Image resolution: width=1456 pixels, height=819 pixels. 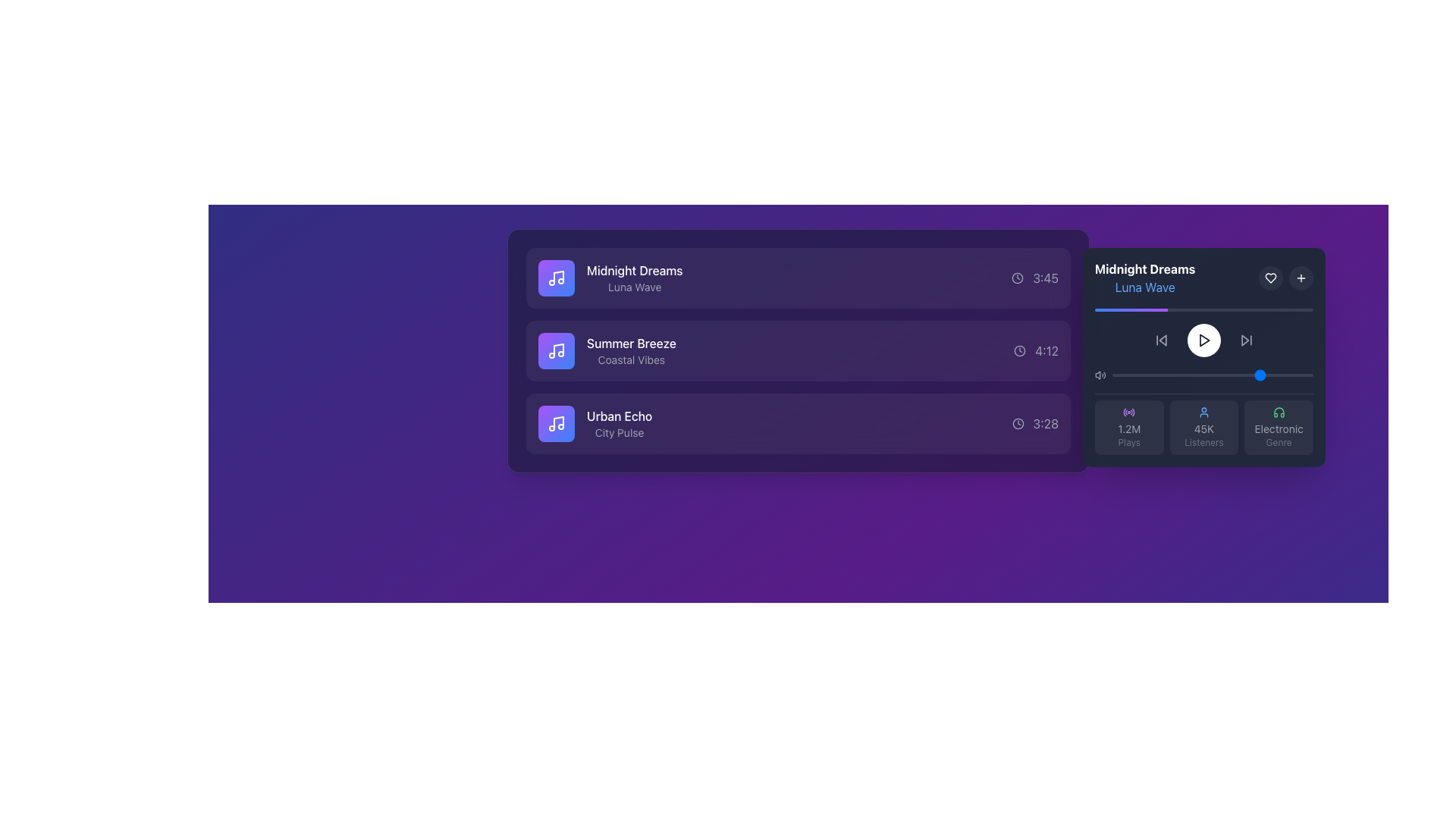 What do you see at coordinates (620, 424) in the screenshot?
I see `the text label titled 'Urban Echo' which is the third item in a vertical list, featuring a bold white title and a gray subtitle on a dark background` at bounding box center [620, 424].